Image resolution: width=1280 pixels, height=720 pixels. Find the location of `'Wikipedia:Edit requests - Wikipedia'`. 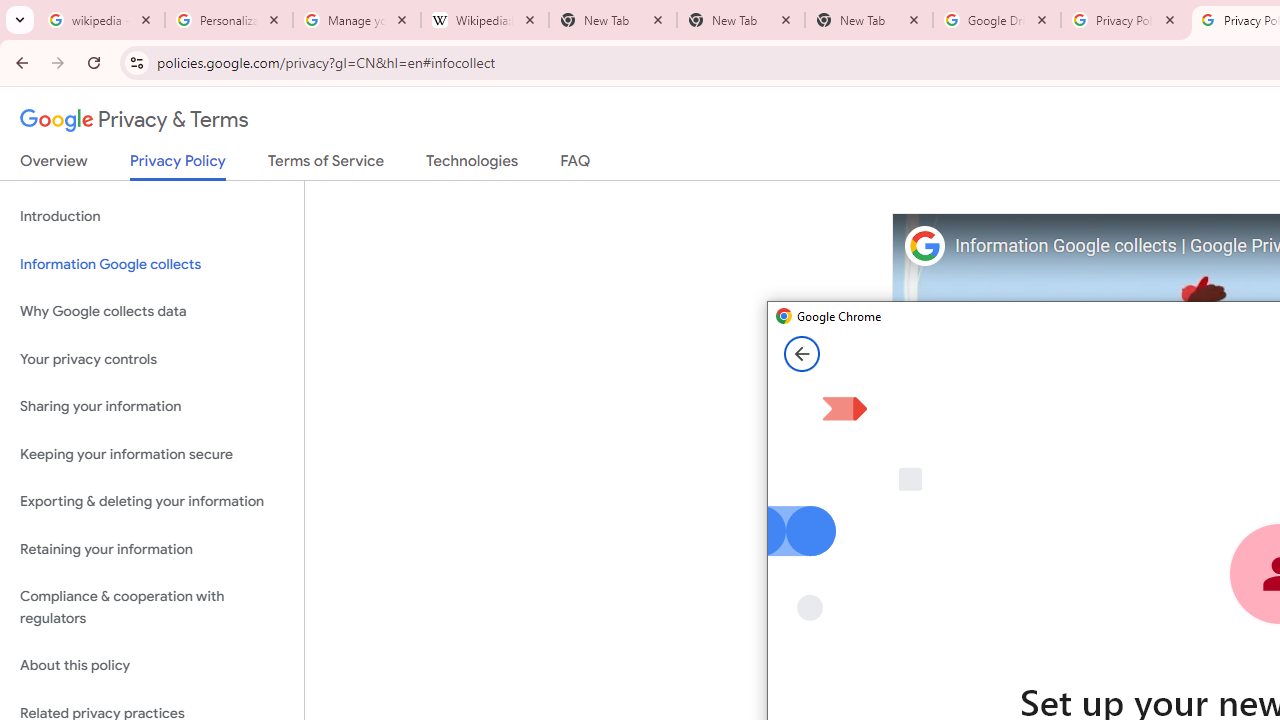

'Wikipedia:Edit requests - Wikipedia' is located at coordinates (485, 20).